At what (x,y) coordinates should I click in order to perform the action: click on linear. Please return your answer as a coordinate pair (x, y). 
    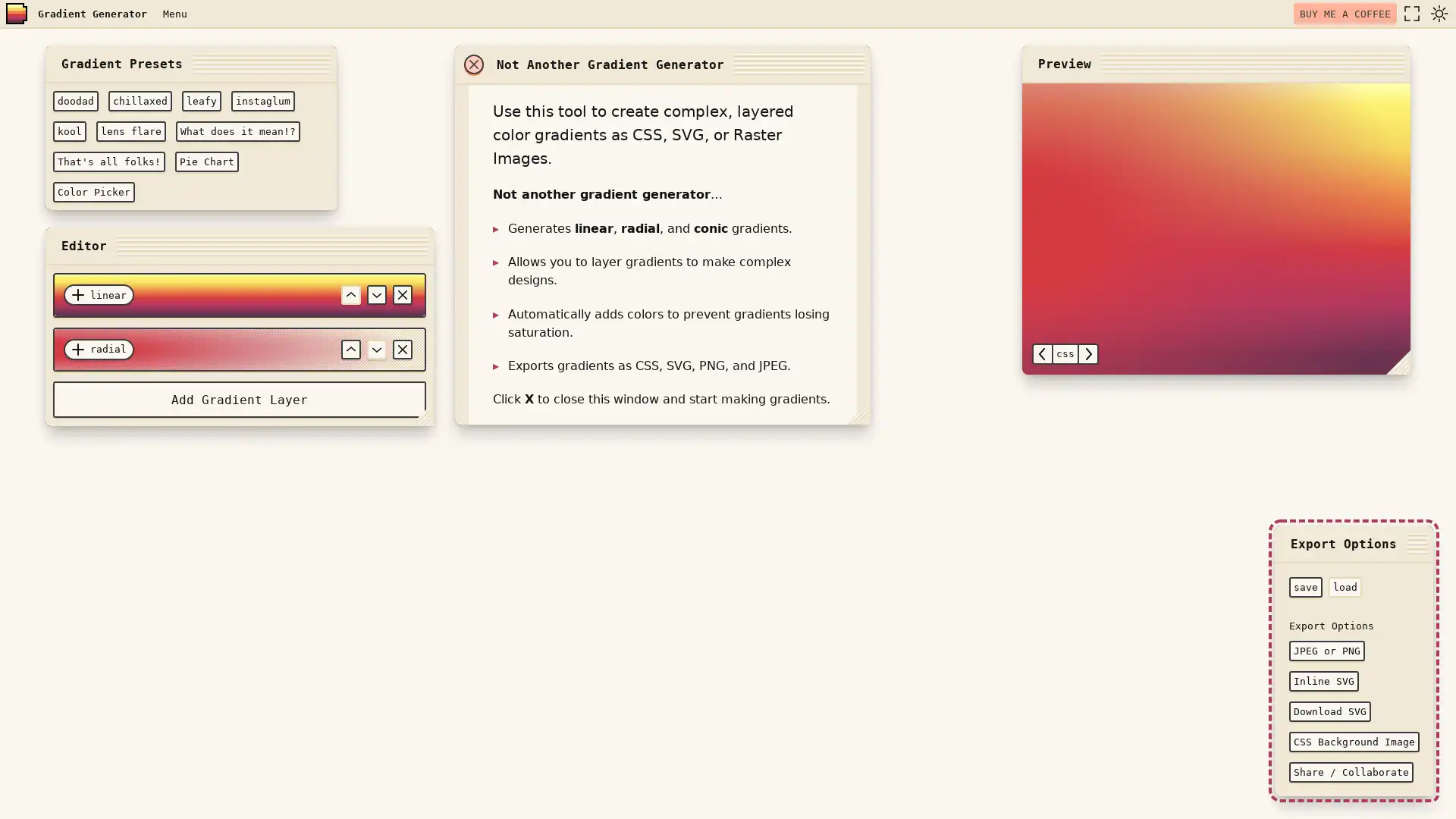
    Looking at the image, I should click on (98, 295).